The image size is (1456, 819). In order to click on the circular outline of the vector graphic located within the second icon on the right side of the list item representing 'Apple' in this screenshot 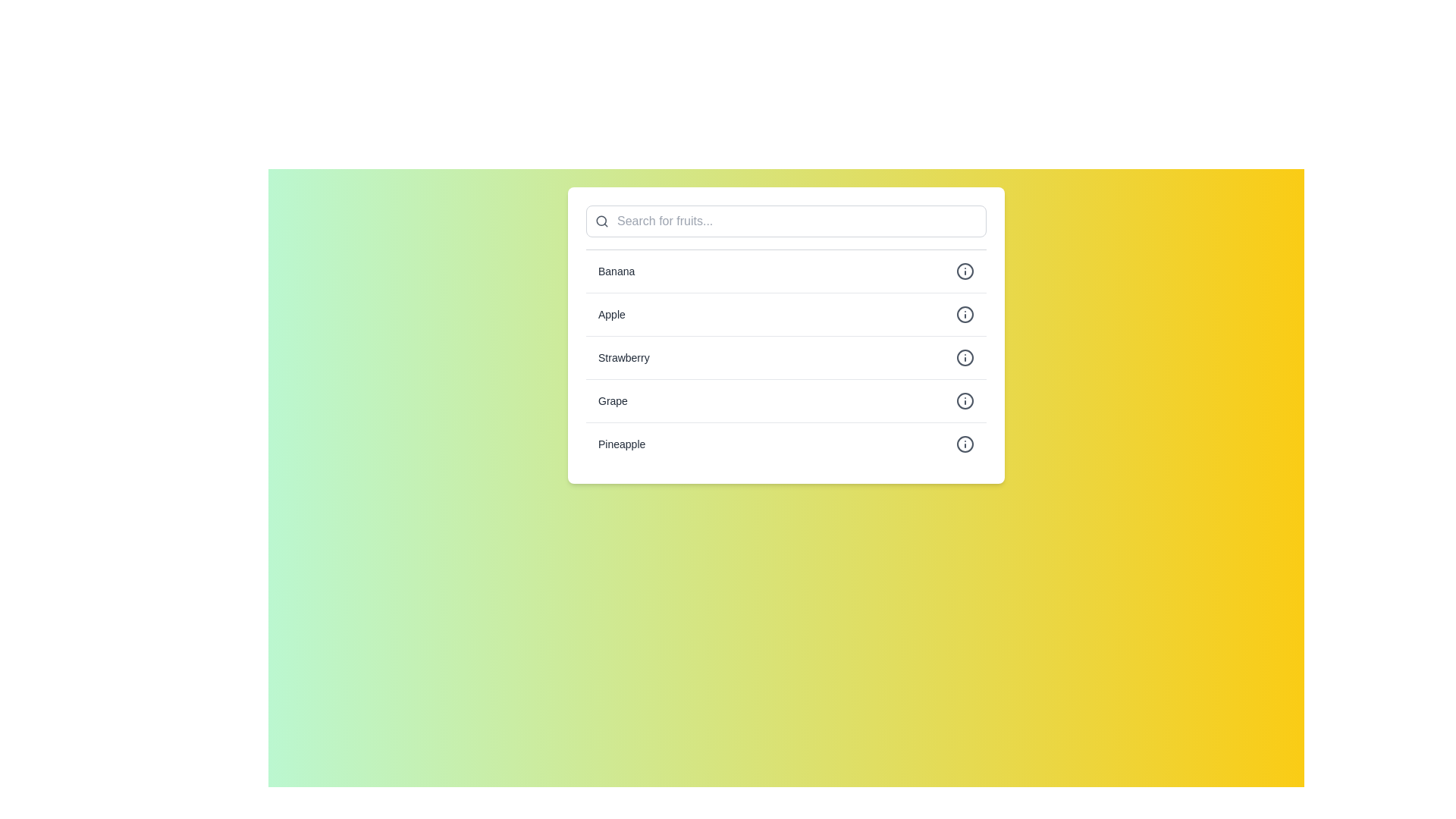, I will do `click(964, 271)`.